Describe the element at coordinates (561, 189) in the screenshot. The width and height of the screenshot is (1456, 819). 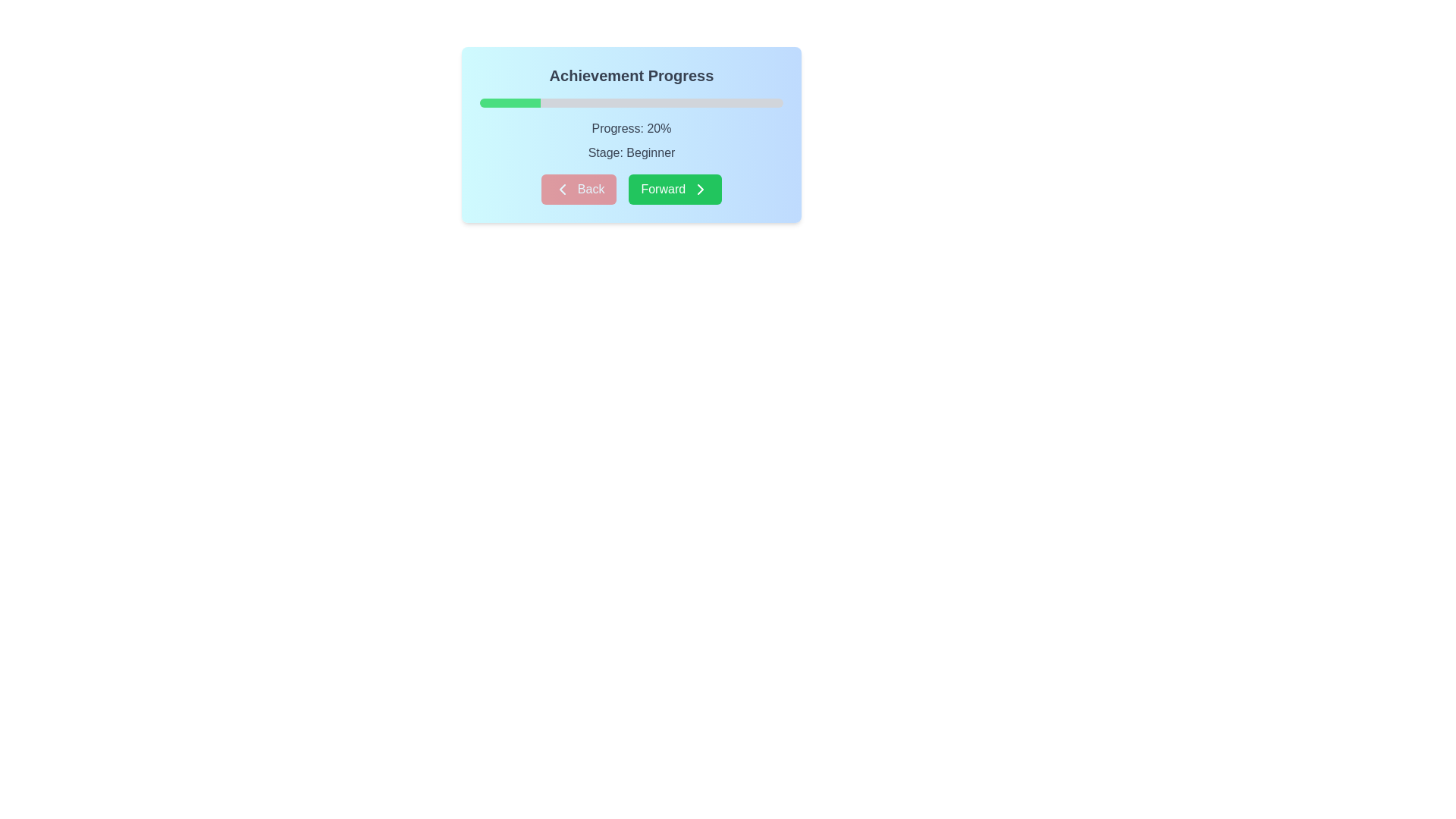
I see `the 'Back' button, which features a left-pointing chevron icon within a red circular button and is located inside a pink rectangular button labeled 'Back'` at that location.